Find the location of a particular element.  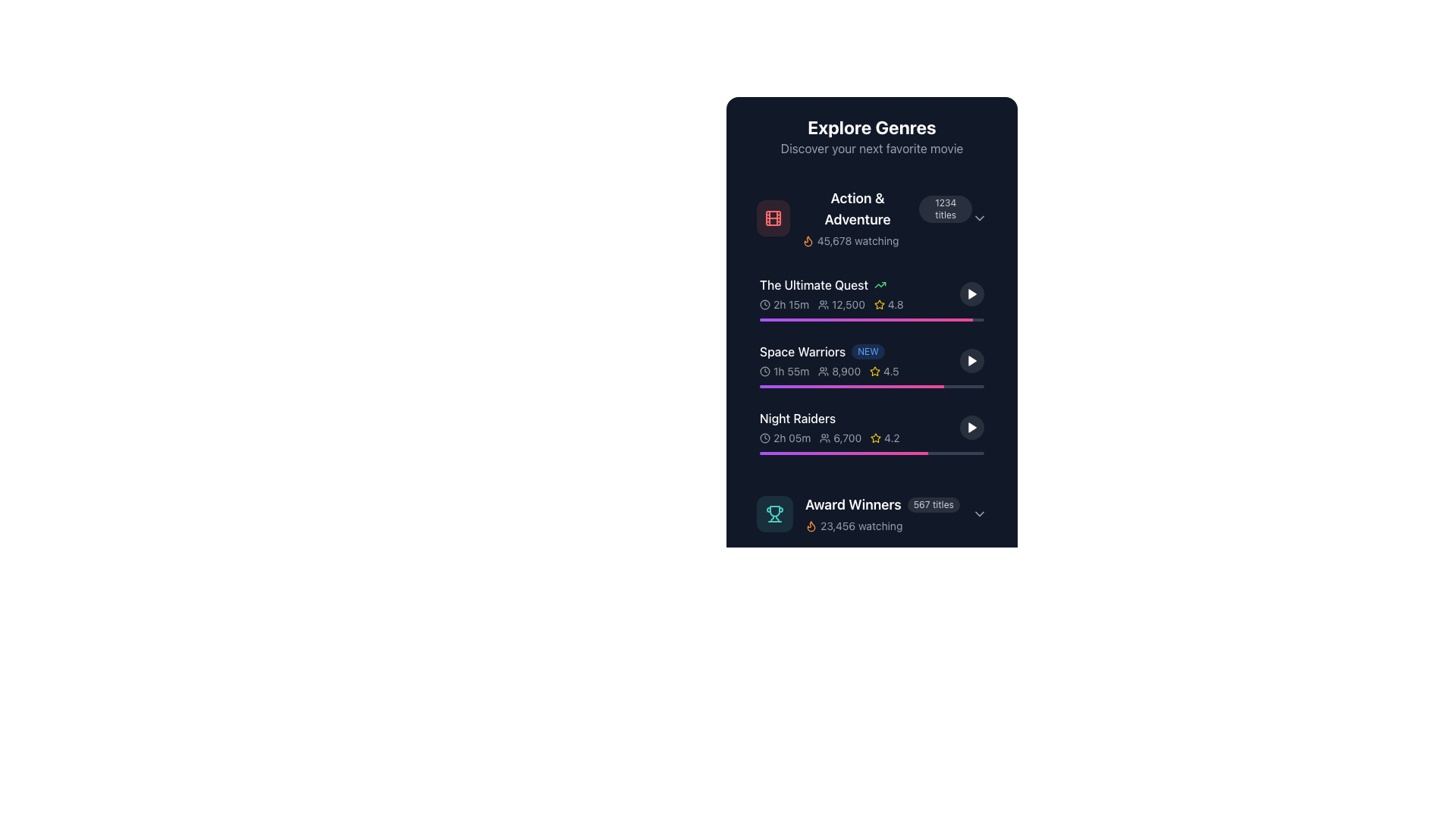

the text '23,456 watching' with the accompanying flame icon in orange, located at the bottom of the 'Award Winners' section is located at coordinates (854, 526).